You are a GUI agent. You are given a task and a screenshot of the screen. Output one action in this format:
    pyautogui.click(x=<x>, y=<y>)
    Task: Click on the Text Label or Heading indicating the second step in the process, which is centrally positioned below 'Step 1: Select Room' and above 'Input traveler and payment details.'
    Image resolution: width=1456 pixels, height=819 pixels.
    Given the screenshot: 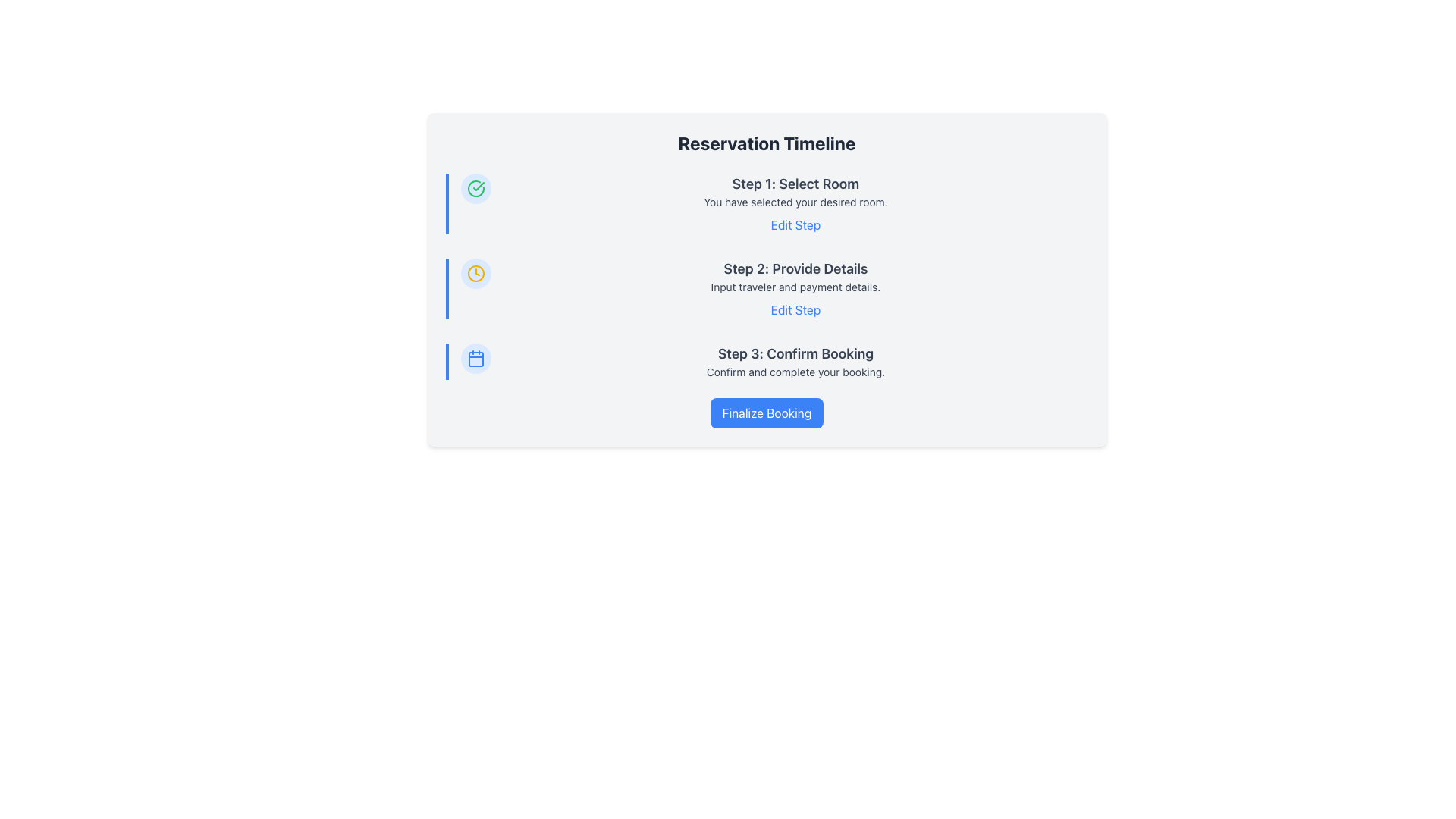 What is the action you would take?
    pyautogui.click(x=795, y=268)
    